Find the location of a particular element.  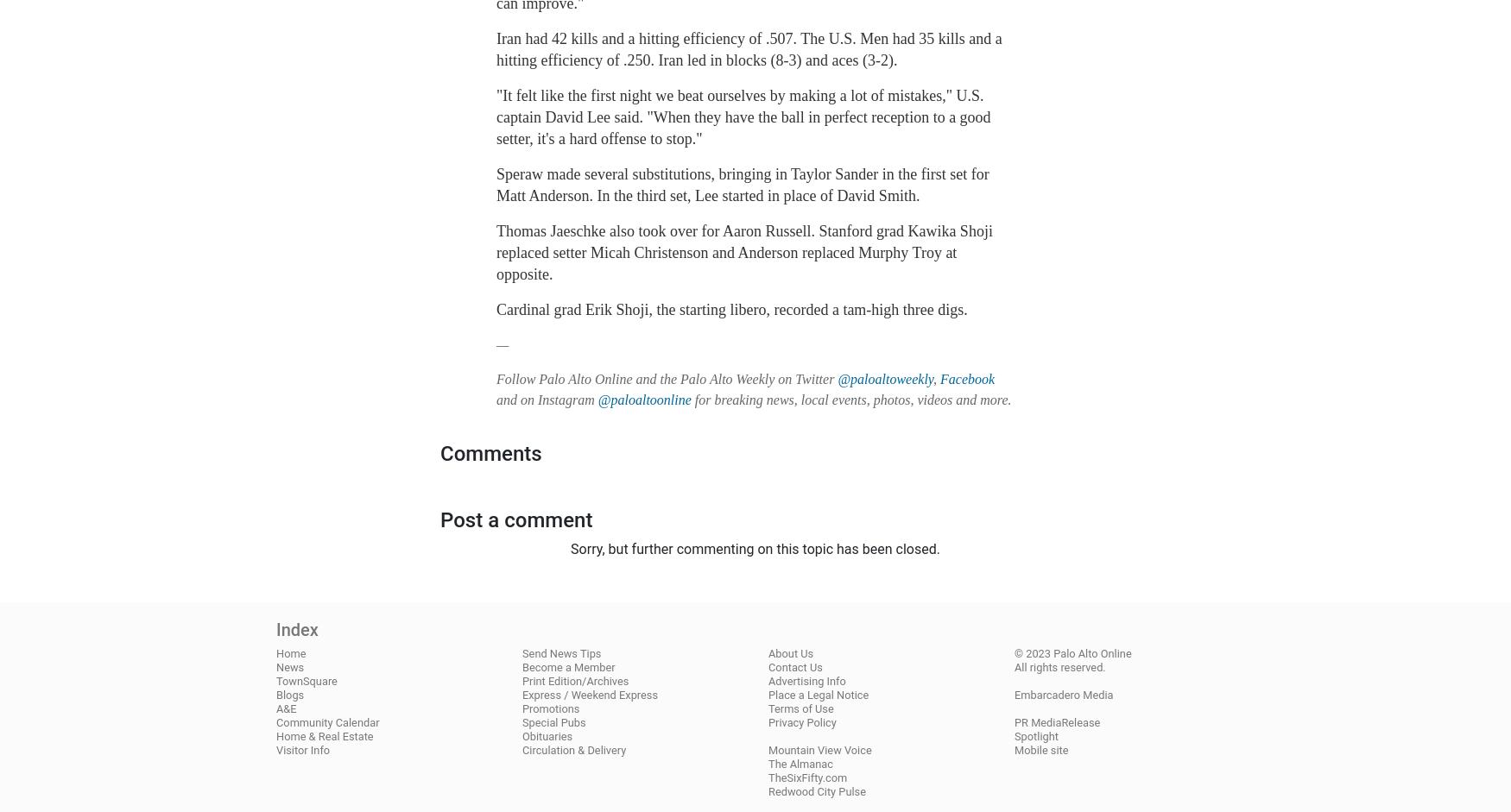

'Special Pubs' is located at coordinates (553, 721).